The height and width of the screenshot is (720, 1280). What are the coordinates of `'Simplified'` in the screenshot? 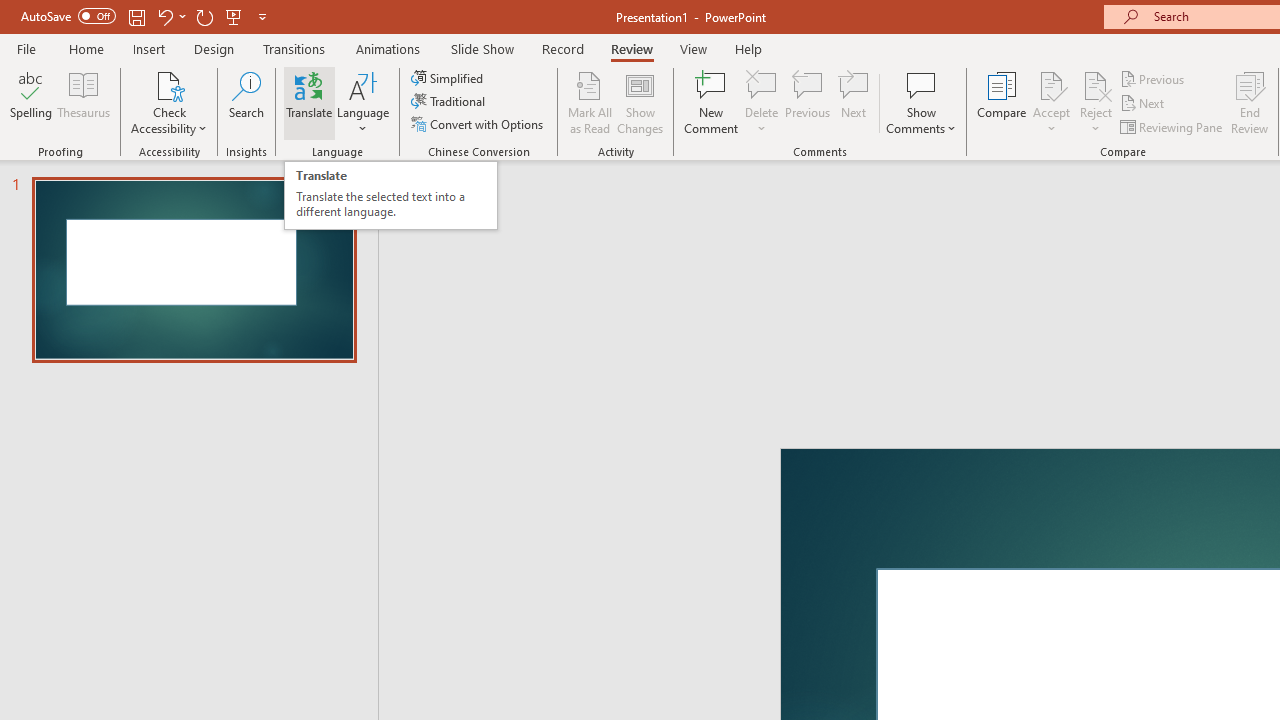 It's located at (448, 77).